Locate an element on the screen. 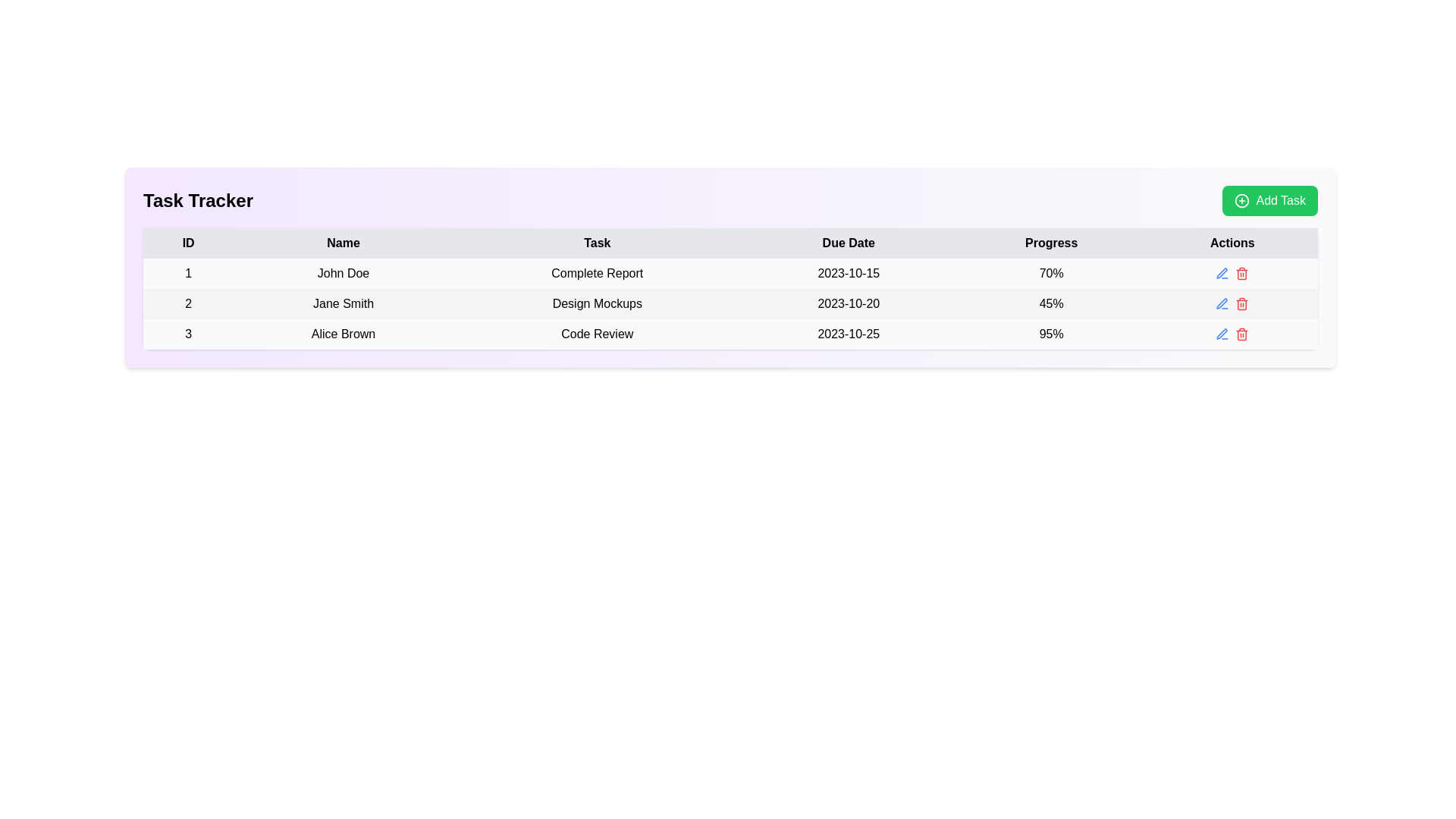  the 'Task' column header text label in the table, which is positioned between the 'Name' and 'Due Date' columns is located at coordinates (596, 242).